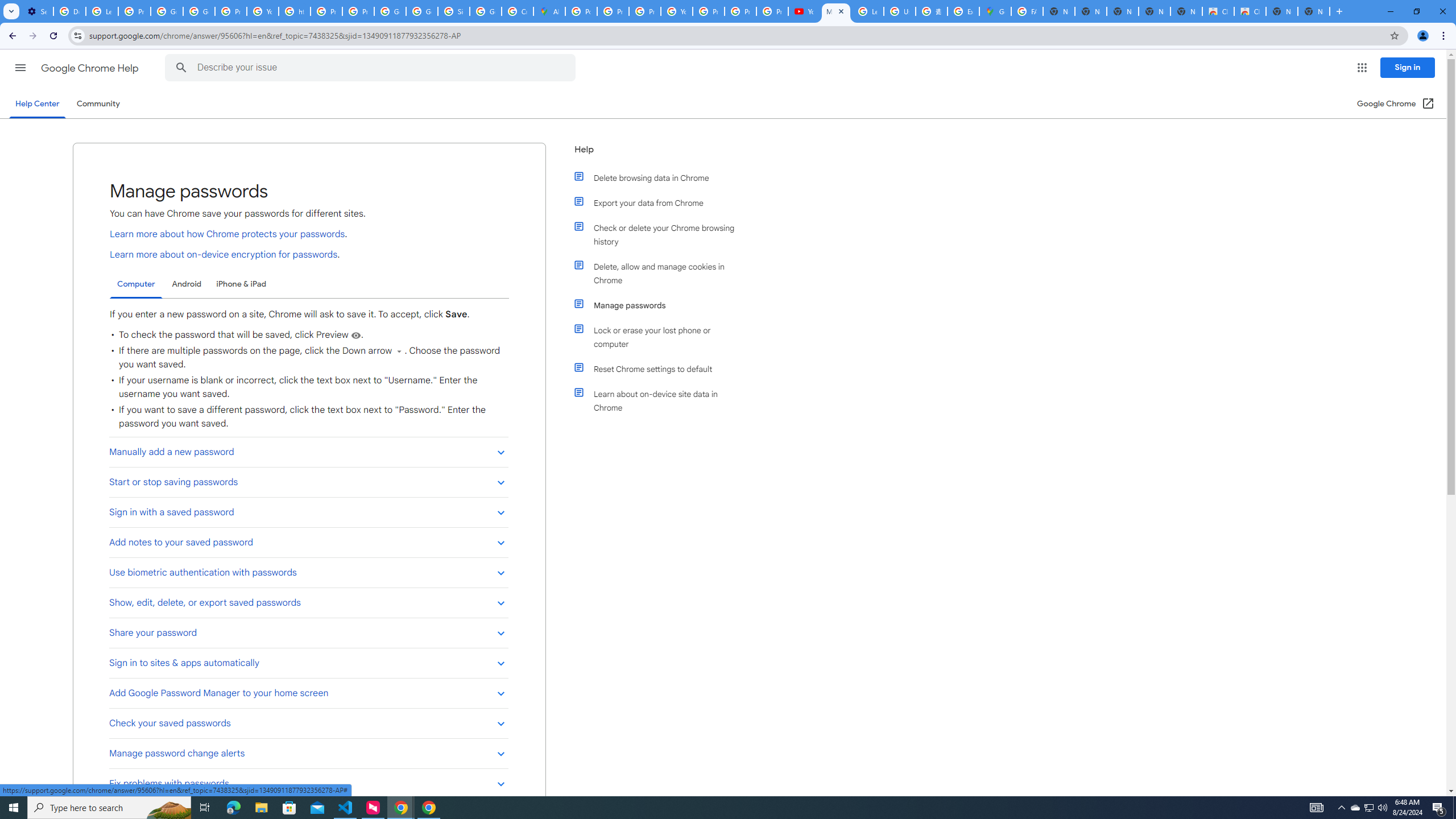 The image size is (1456, 819). What do you see at coordinates (661, 336) in the screenshot?
I see `'Lock or erase your lost phone or computer'` at bounding box center [661, 336].